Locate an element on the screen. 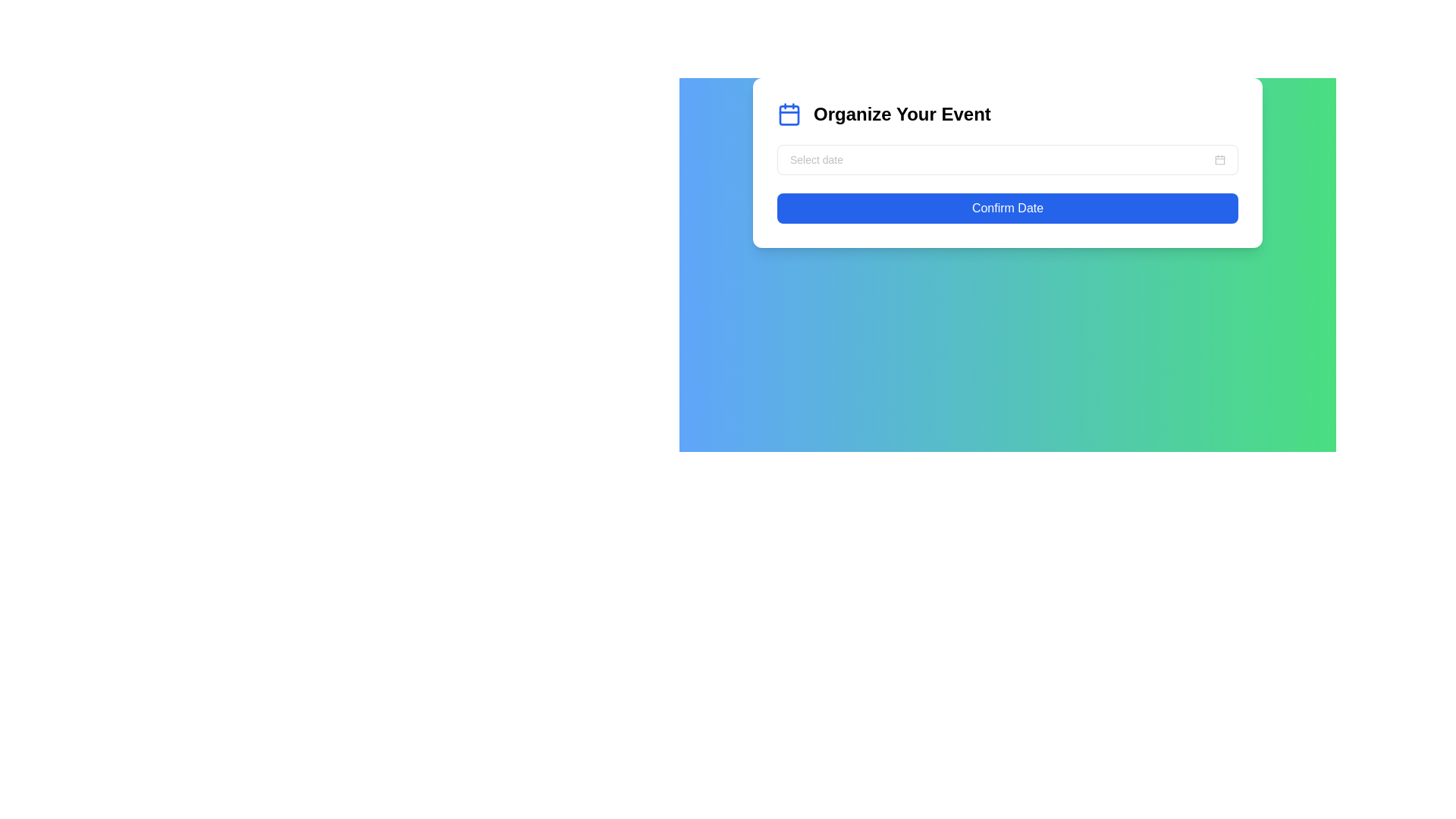 The width and height of the screenshot is (1456, 819). the confirmation button located at the bottom of the 'Organize Your Event' panel to receive tooltip or visual feedback is located at coordinates (1008, 208).